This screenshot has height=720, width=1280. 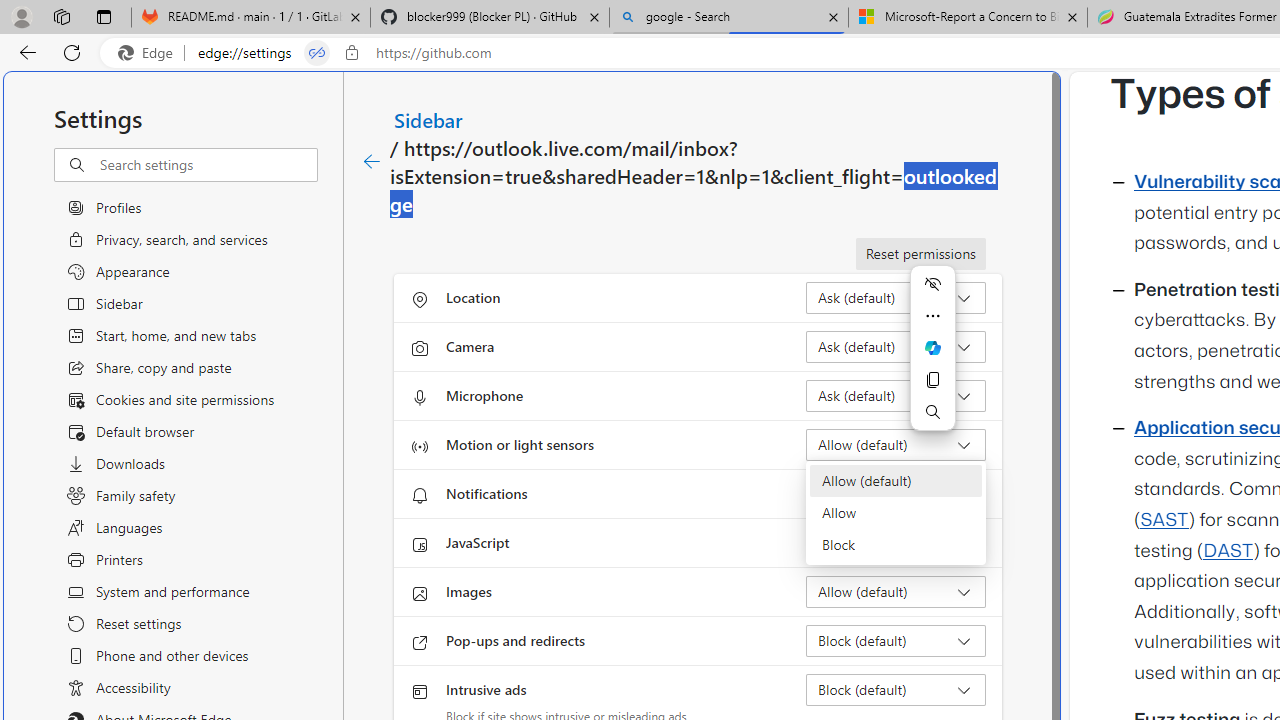 What do you see at coordinates (895, 590) in the screenshot?
I see `'Images Allow (default)'` at bounding box center [895, 590].